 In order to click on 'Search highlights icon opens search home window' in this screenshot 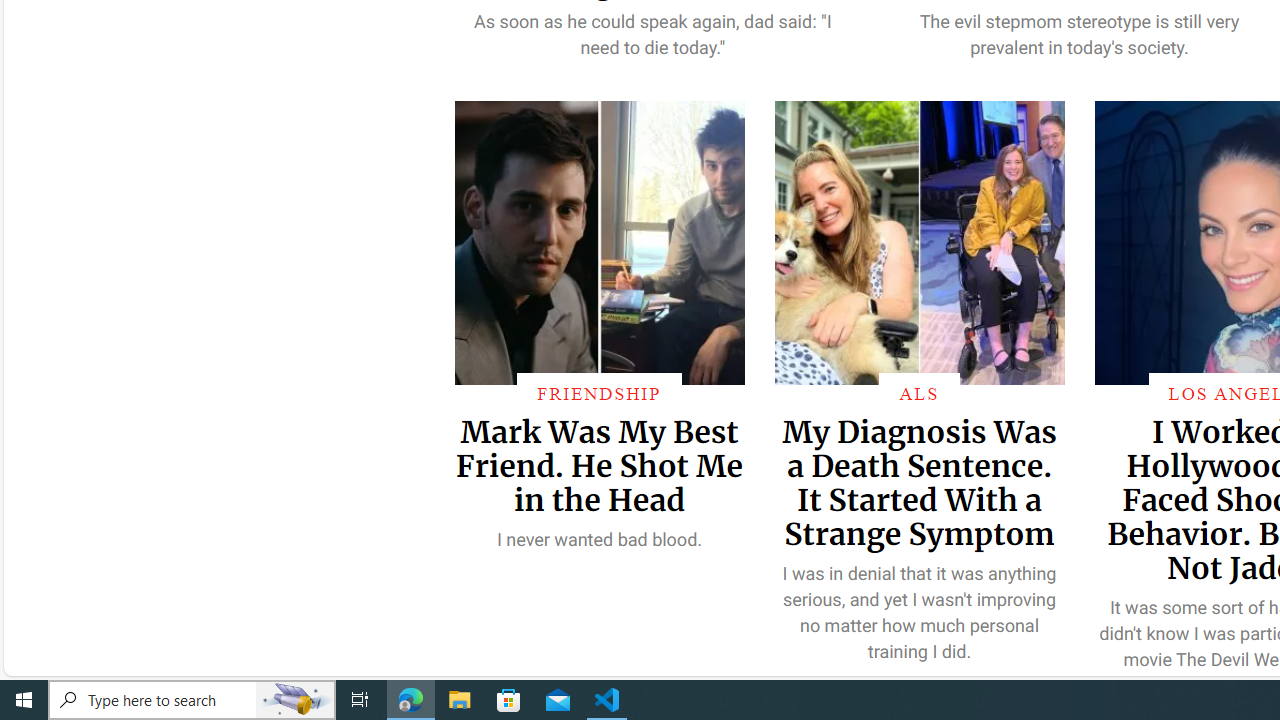, I will do `click(294, 698)`.